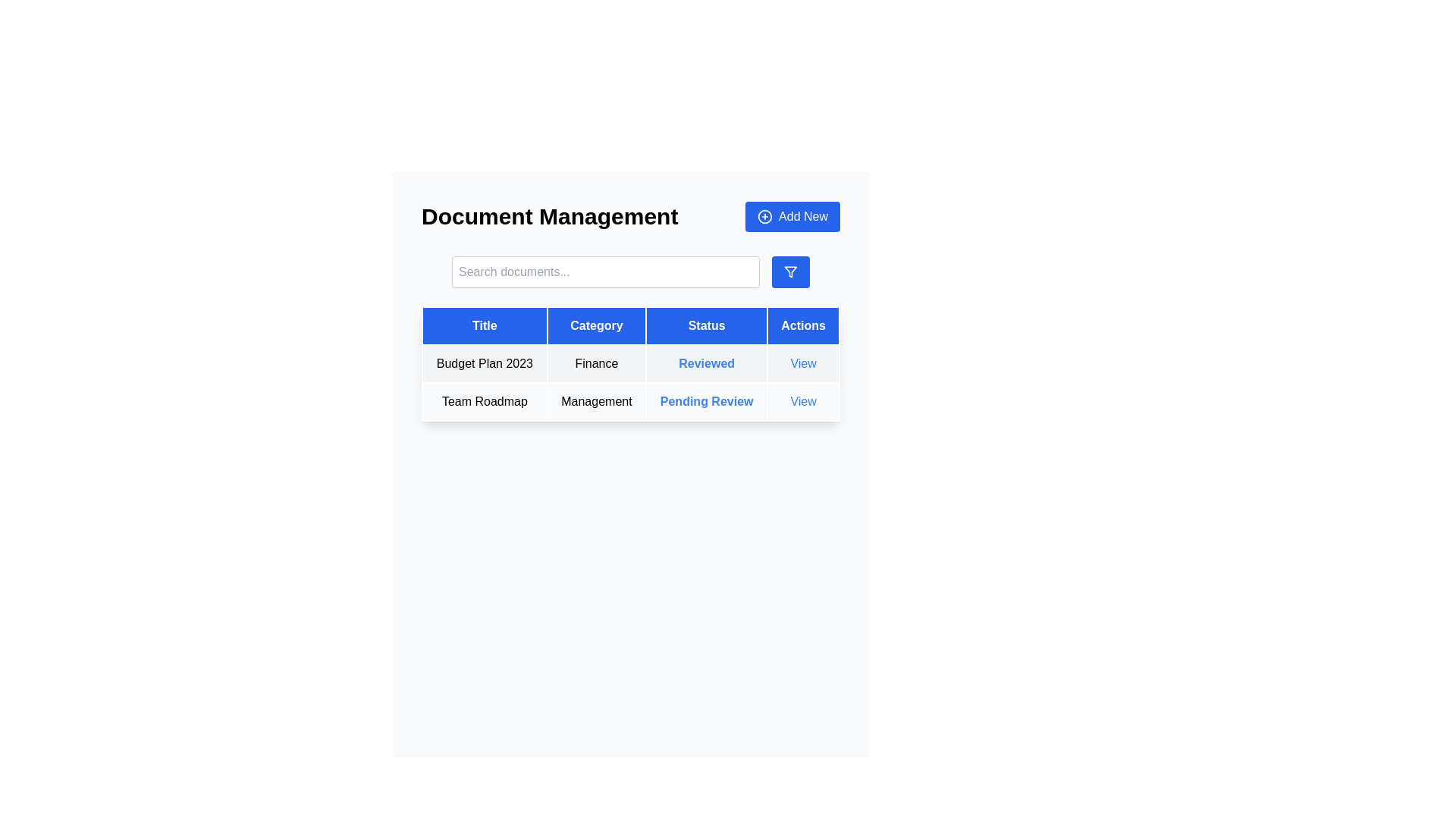 This screenshot has width=1456, height=819. What do you see at coordinates (596, 325) in the screenshot?
I see `the 'Category' table header element, which is the second element in the header row of a table that includes 'Title', 'Category', 'Status', and 'Actions'` at bounding box center [596, 325].